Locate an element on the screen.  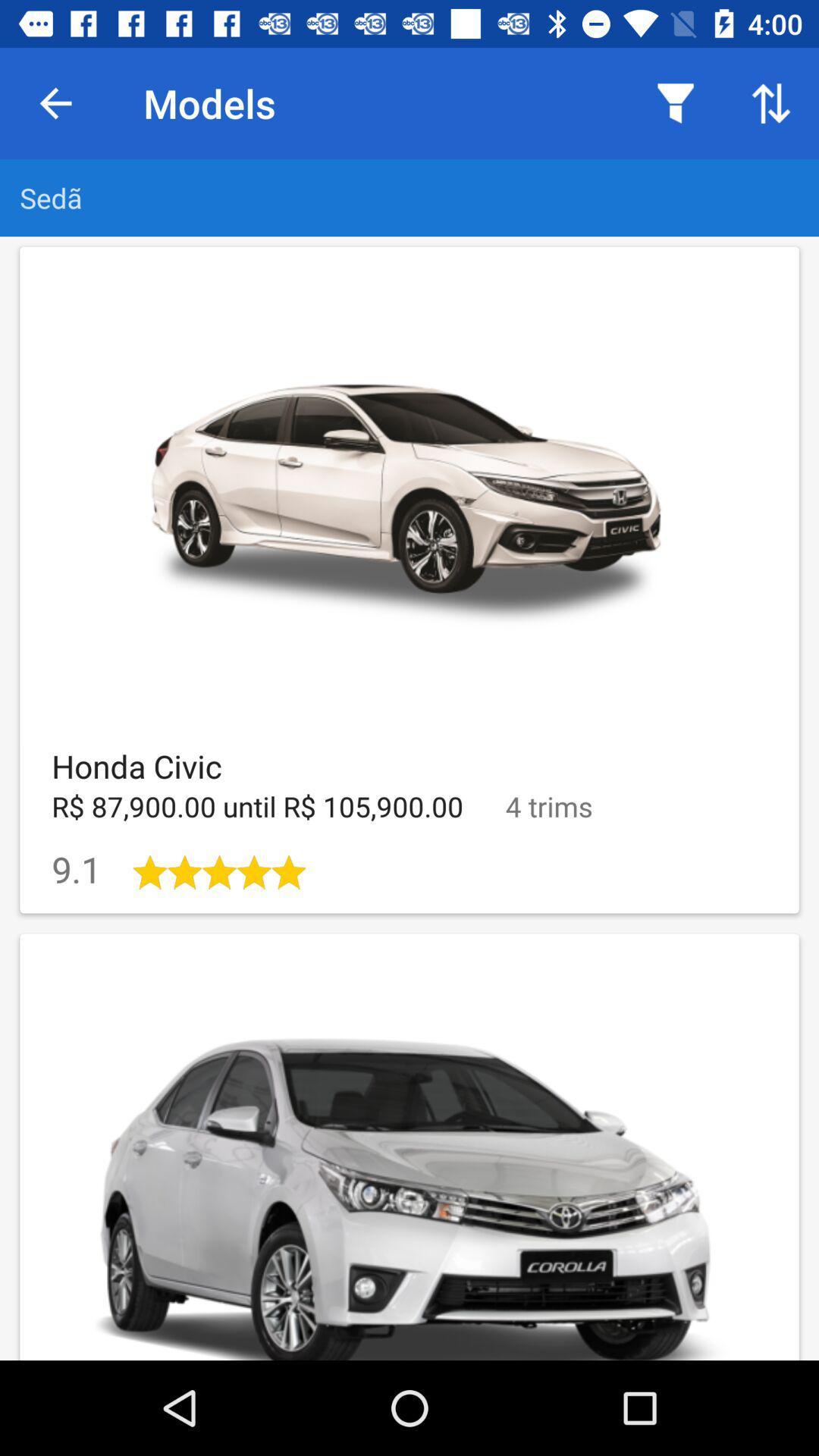
the item to the right of the models icon is located at coordinates (675, 102).